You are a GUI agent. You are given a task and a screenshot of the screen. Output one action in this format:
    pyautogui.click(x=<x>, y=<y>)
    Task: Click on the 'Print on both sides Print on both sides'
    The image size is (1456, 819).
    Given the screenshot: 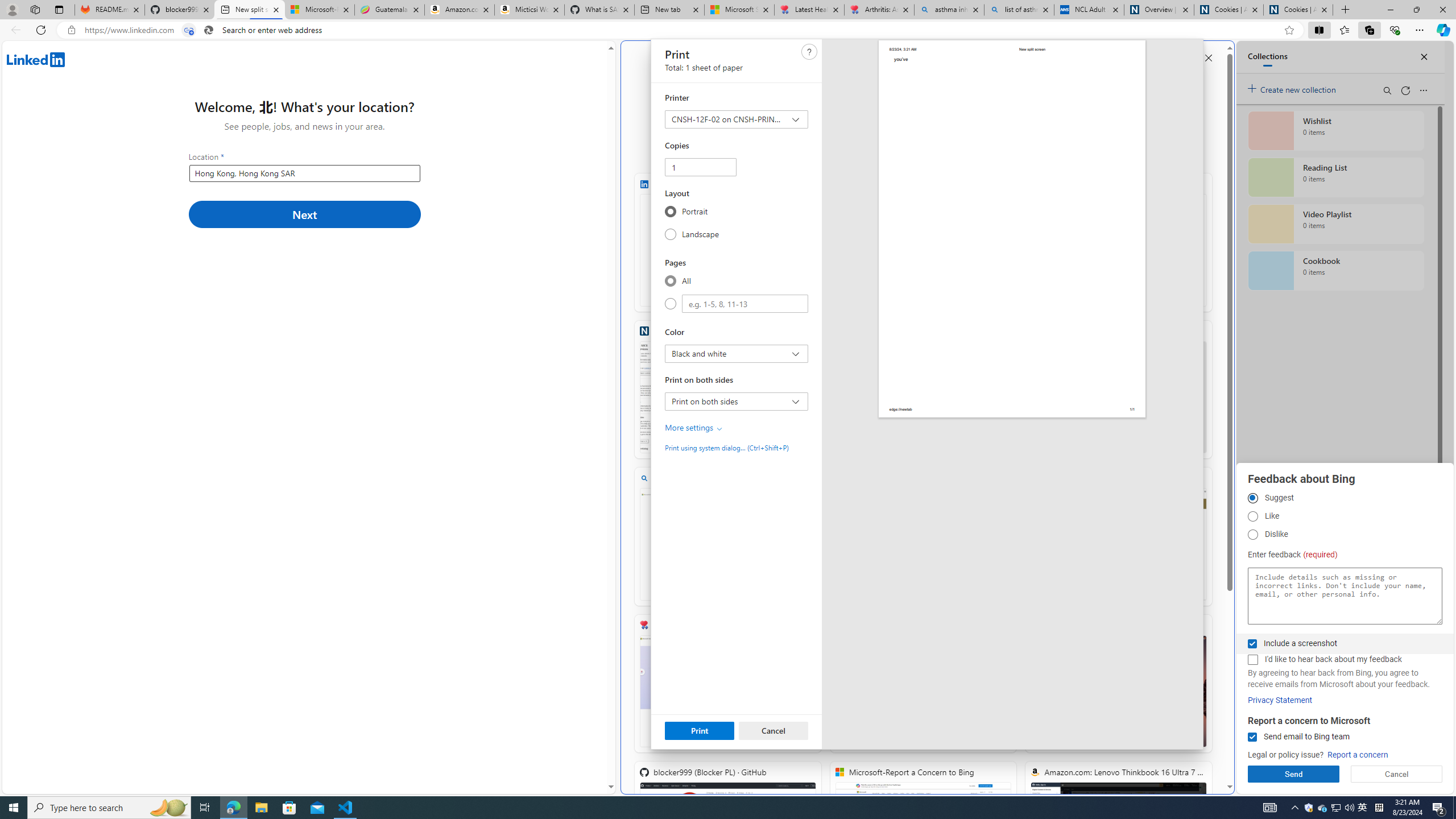 What is the action you would take?
    pyautogui.click(x=737, y=400)
    